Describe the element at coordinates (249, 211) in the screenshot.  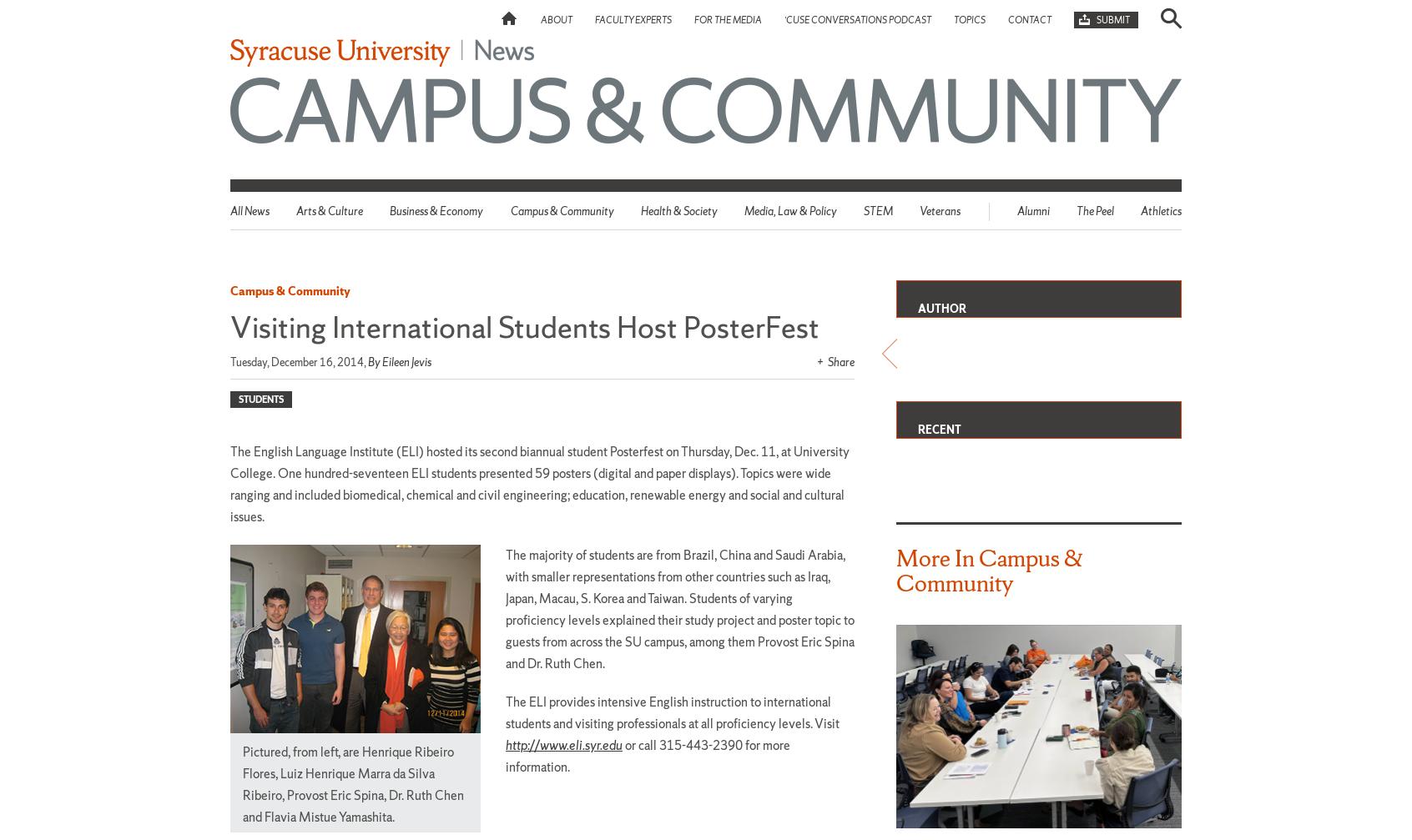
I see `'All News'` at that location.